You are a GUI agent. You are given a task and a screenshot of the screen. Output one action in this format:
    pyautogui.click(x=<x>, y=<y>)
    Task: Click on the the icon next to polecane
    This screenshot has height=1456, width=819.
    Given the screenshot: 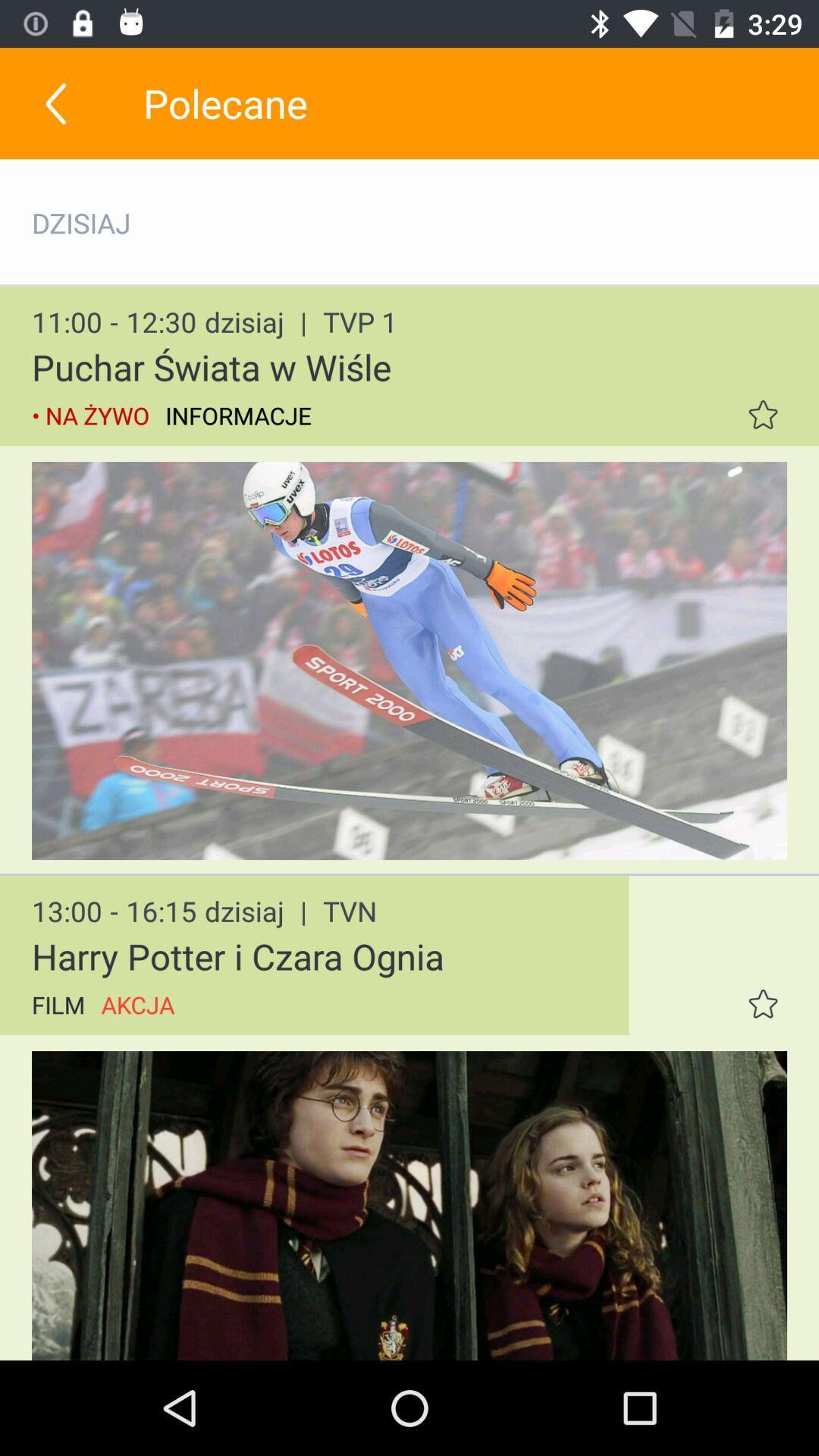 What is the action you would take?
    pyautogui.click(x=55, y=102)
    